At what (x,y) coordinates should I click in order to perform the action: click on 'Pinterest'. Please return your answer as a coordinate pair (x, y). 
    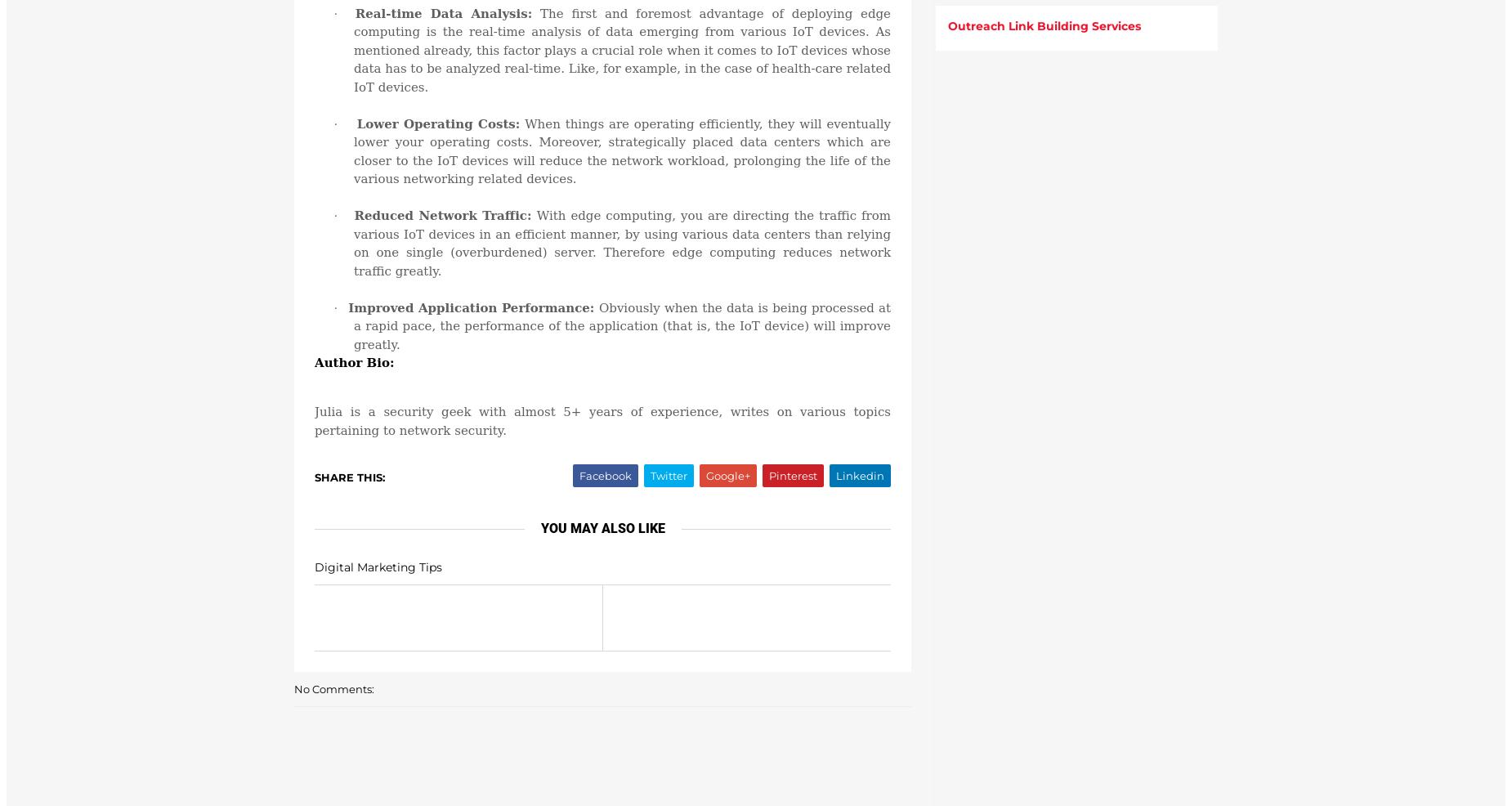
    Looking at the image, I should click on (792, 476).